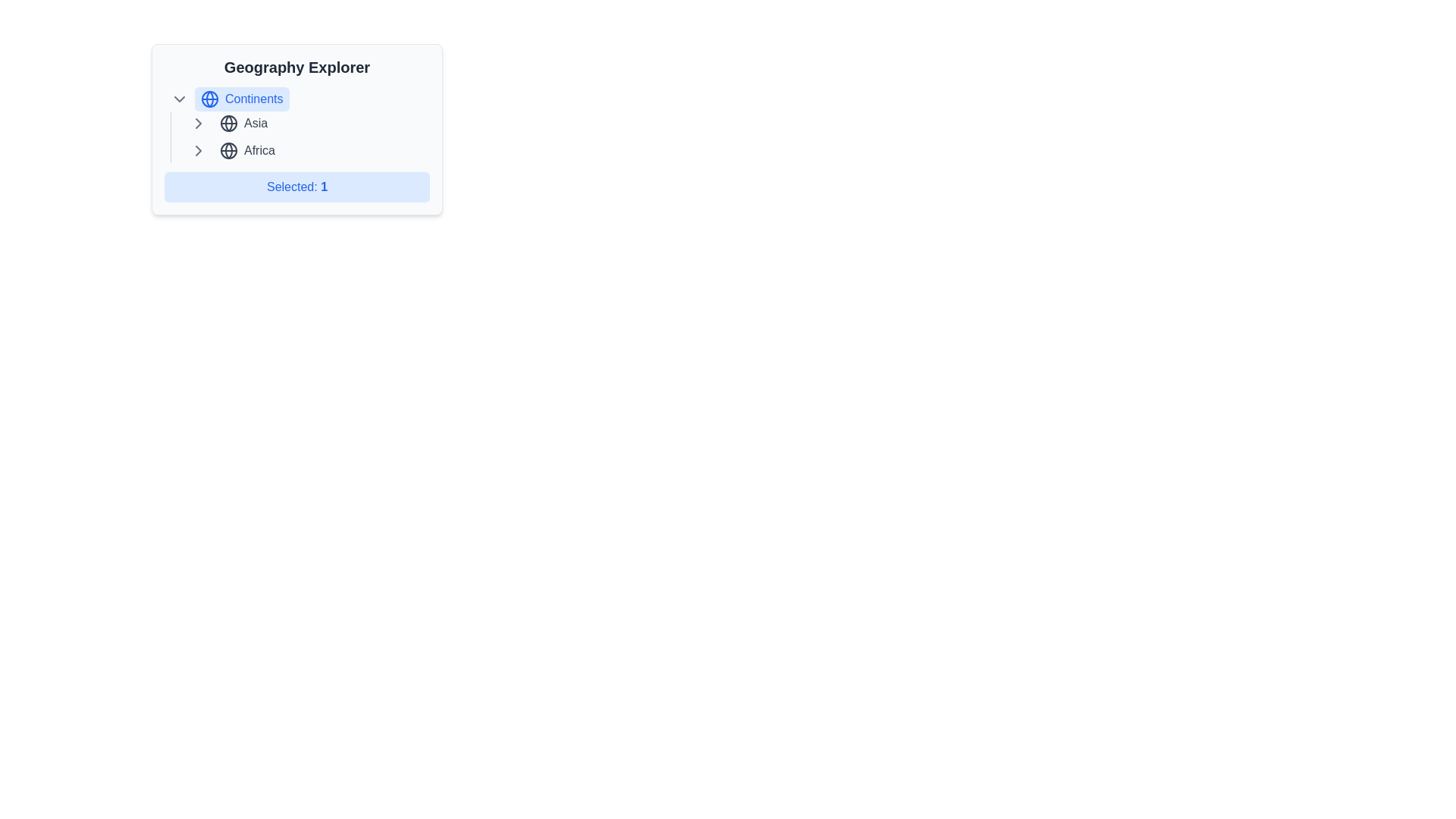 Image resolution: width=1456 pixels, height=819 pixels. Describe the element at coordinates (254, 99) in the screenshot. I see `the static text label displaying the word 'Continents' in blue font, which is positioned to the right of a globe icon in the 'Geography Explorer' section` at that location.